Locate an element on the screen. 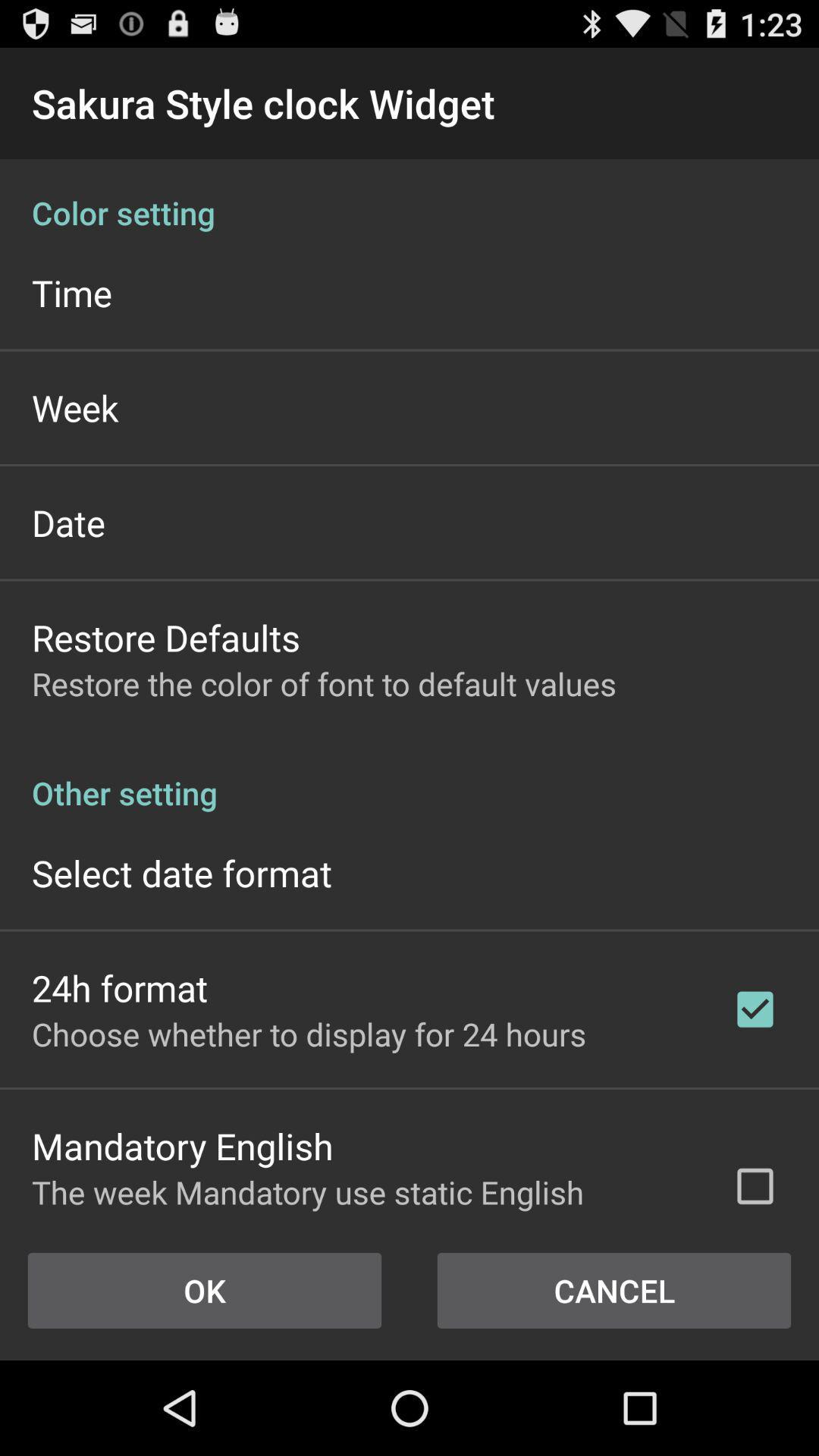 The height and width of the screenshot is (1456, 819). the app below the 24h format is located at coordinates (308, 1033).